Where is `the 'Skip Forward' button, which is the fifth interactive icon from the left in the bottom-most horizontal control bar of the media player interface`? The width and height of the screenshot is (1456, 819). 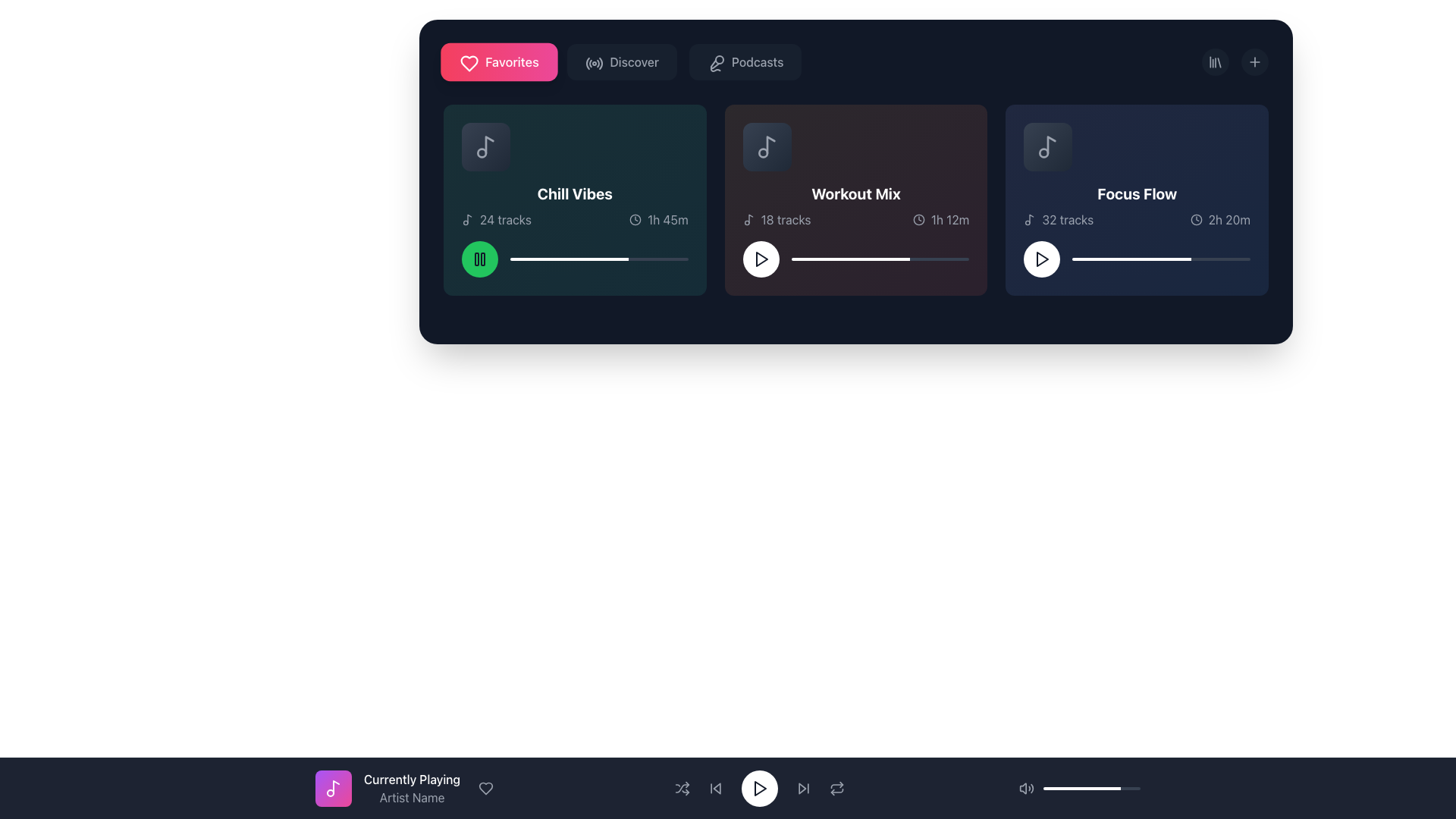 the 'Skip Forward' button, which is the fifth interactive icon from the left in the bottom-most horizontal control bar of the media player interface is located at coordinates (802, 788).